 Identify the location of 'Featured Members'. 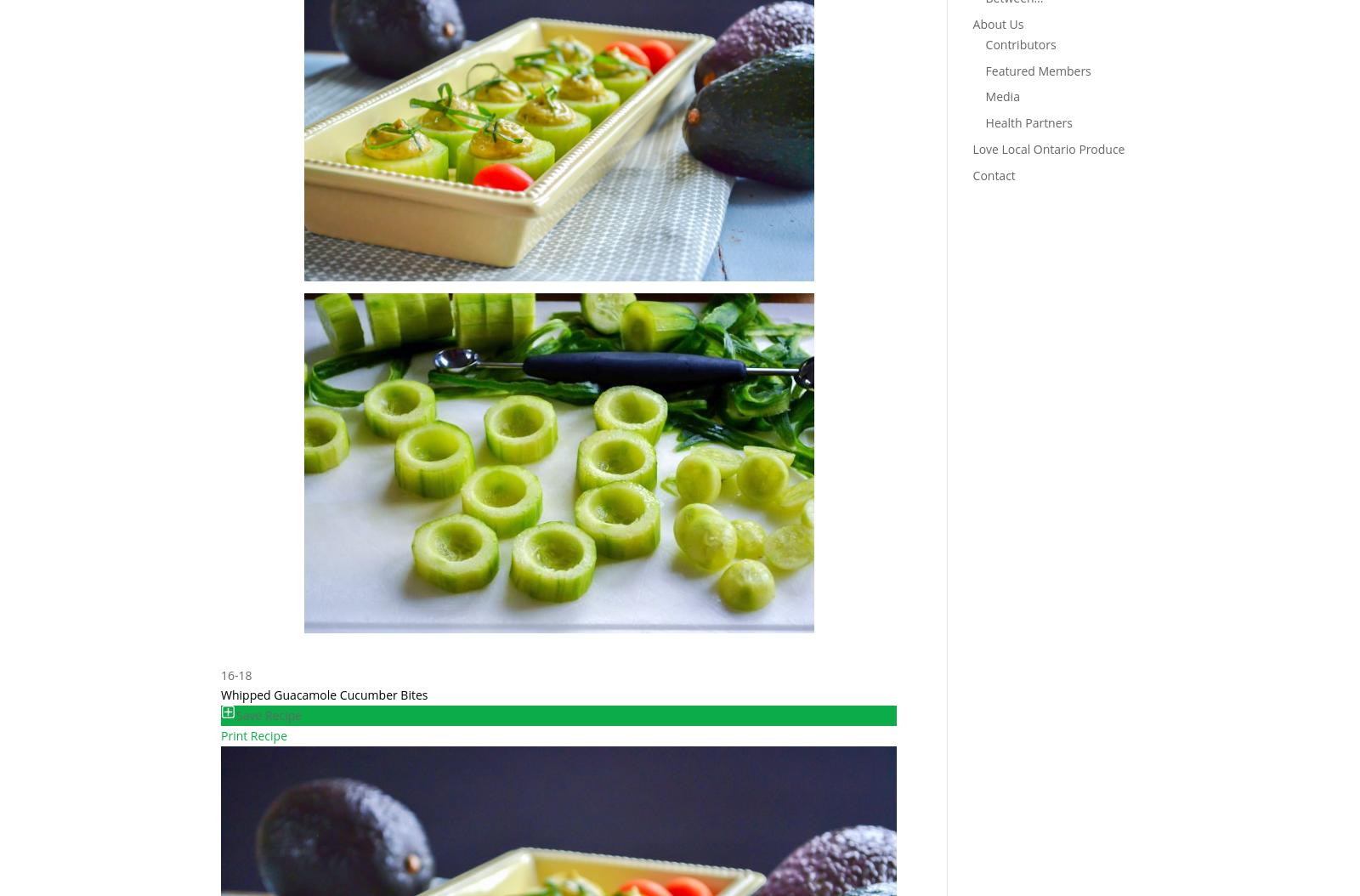
(1036, 69).